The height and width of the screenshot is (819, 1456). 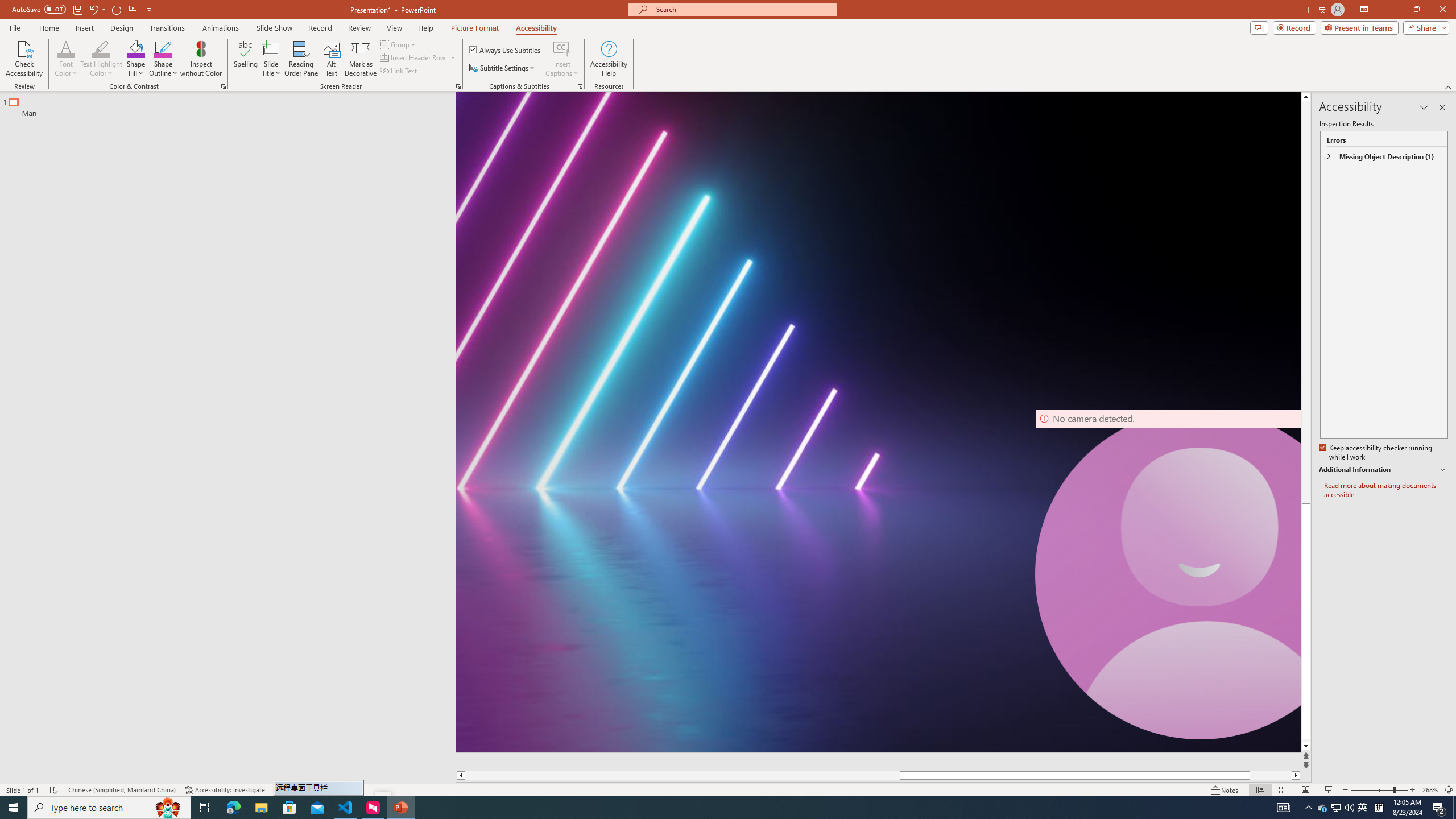 I want to click on 'Share', so click(x=1423, y=27).